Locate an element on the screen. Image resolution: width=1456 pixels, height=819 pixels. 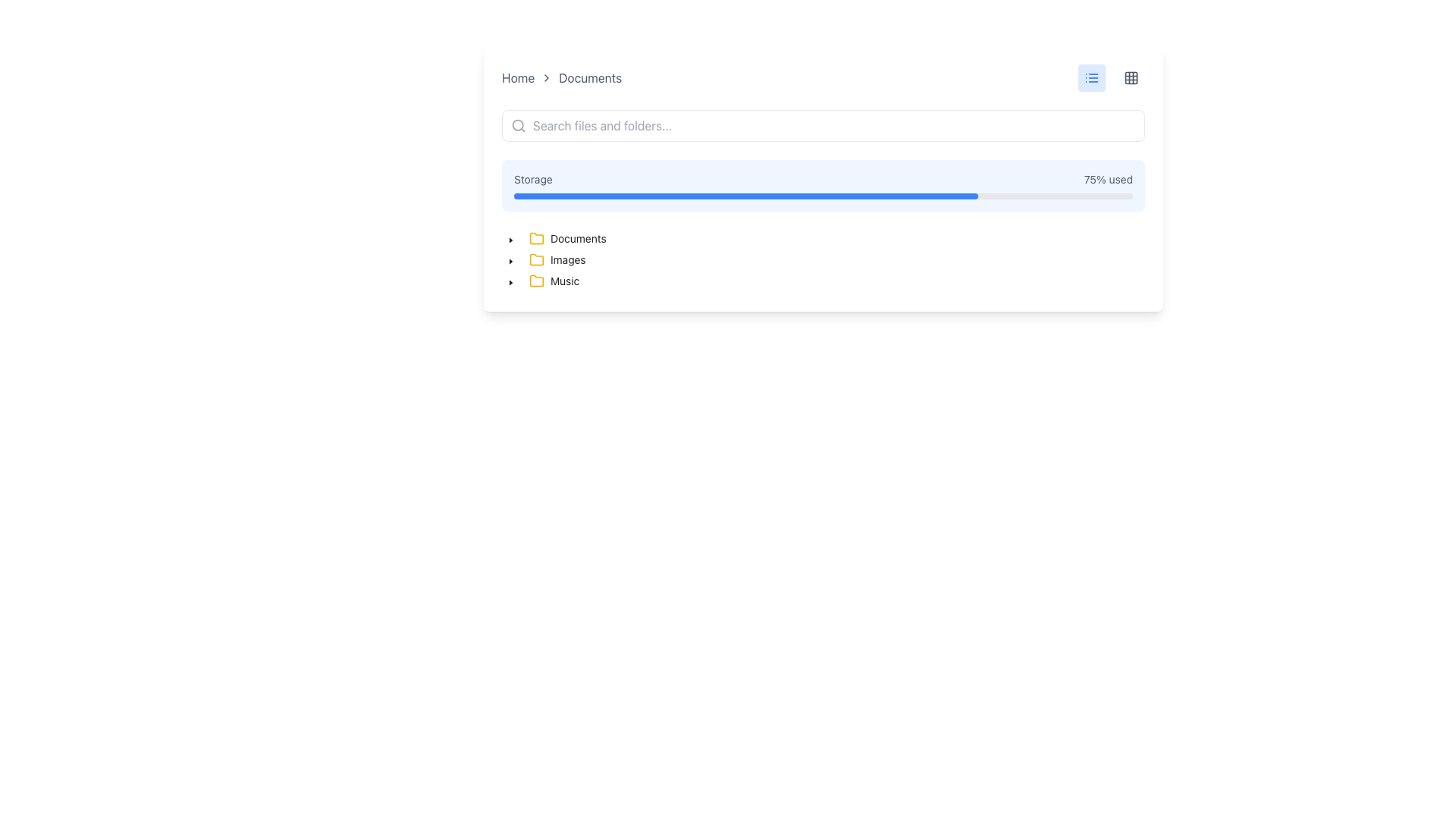
the downward pointing triangular icon (Caret Down) located to the left of the 'Documents' item in the tree view list is located at coordinates (510, 239).